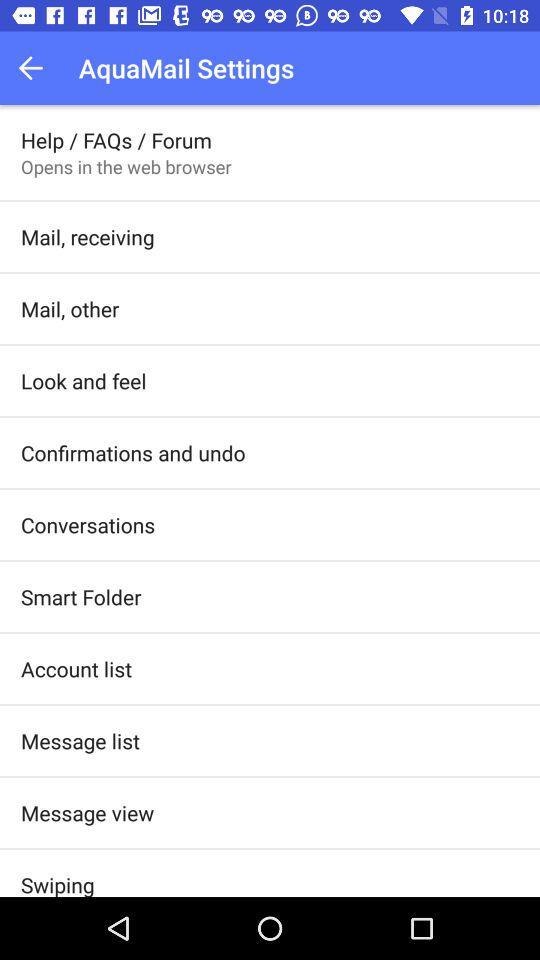 Image resolution: width=540 pixels, height=960 pixels. What do you see at coordinates (126, 165) in the screenshot?
I see `the item above mail, receiving app` at bounding box center [126, 165].